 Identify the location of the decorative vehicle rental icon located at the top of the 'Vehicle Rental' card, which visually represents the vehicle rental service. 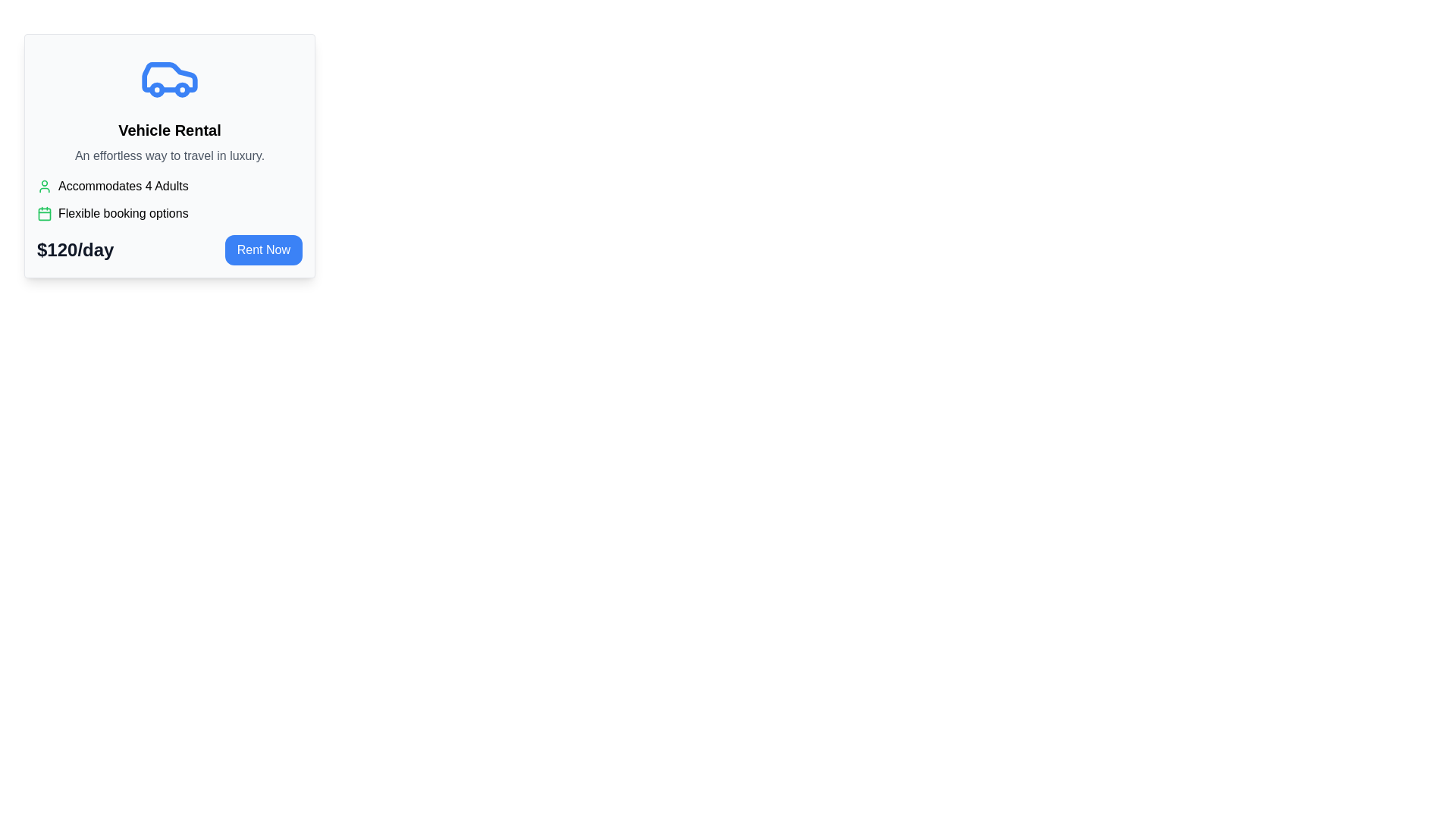
(170, 77).